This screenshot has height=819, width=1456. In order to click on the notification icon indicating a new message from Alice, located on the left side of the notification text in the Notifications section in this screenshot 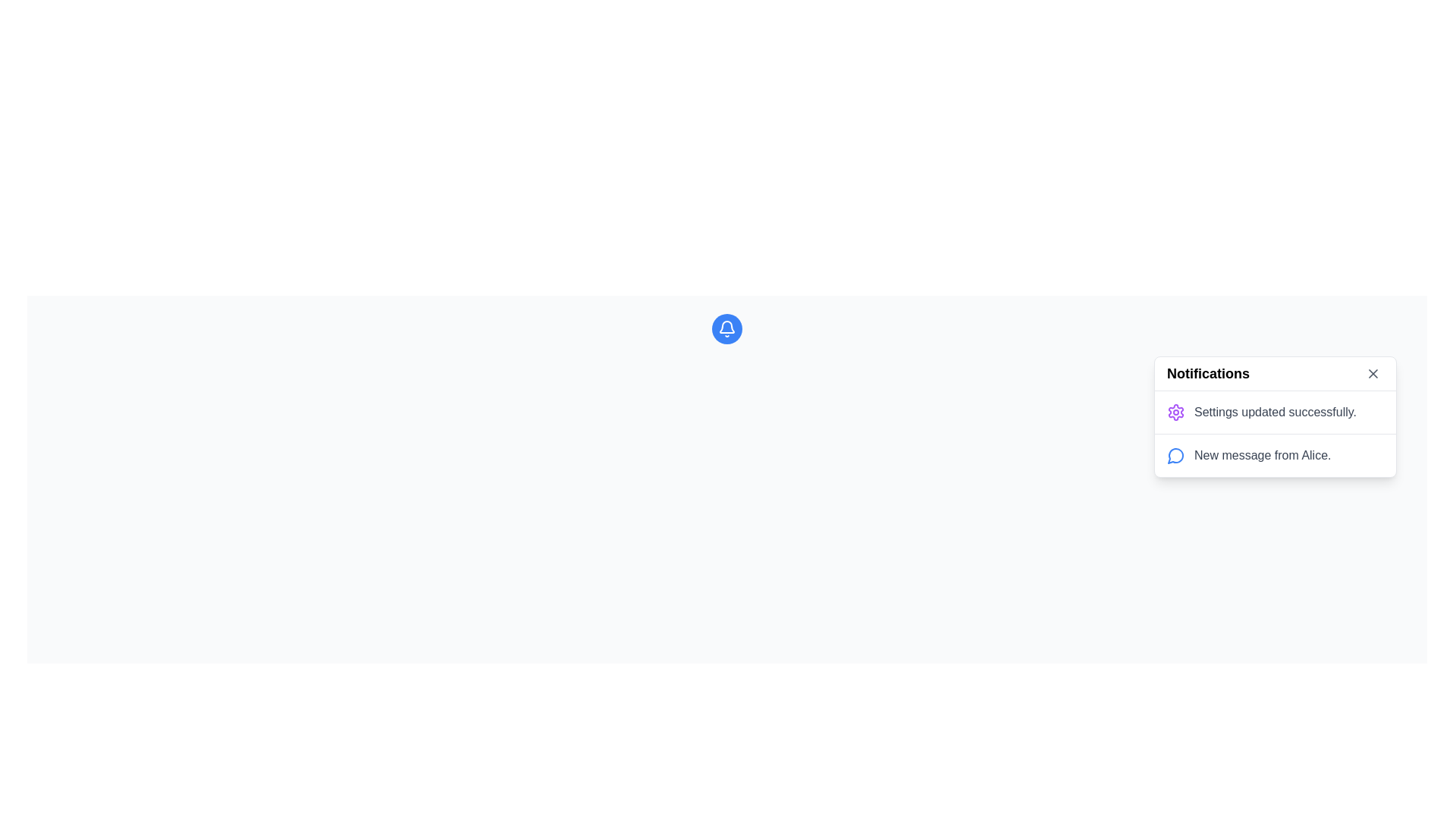, I will do `click(1175, 455)`.